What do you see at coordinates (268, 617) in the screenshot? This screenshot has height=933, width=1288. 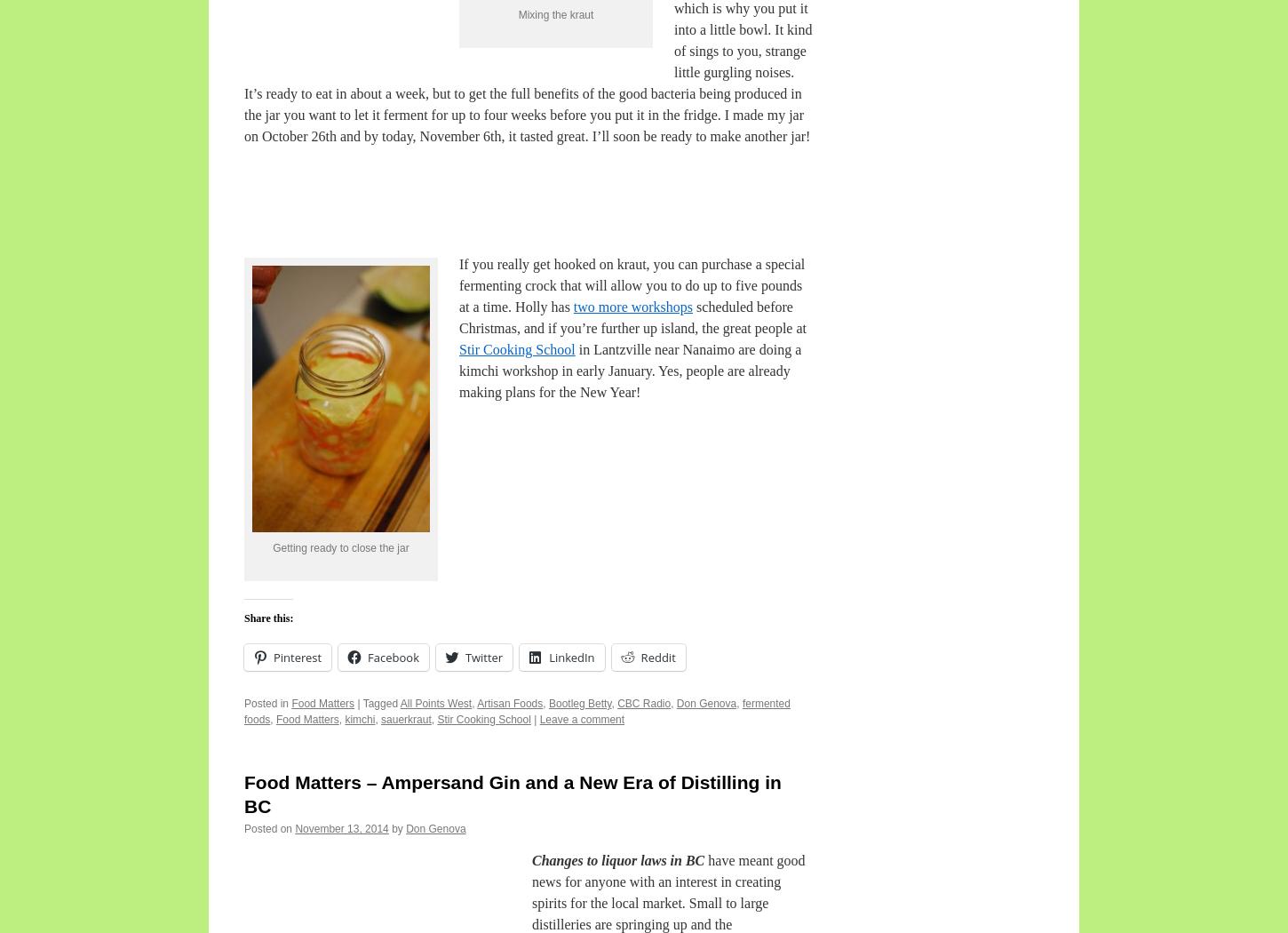 I see `'Share this:'` at bounding box center [268, 617].